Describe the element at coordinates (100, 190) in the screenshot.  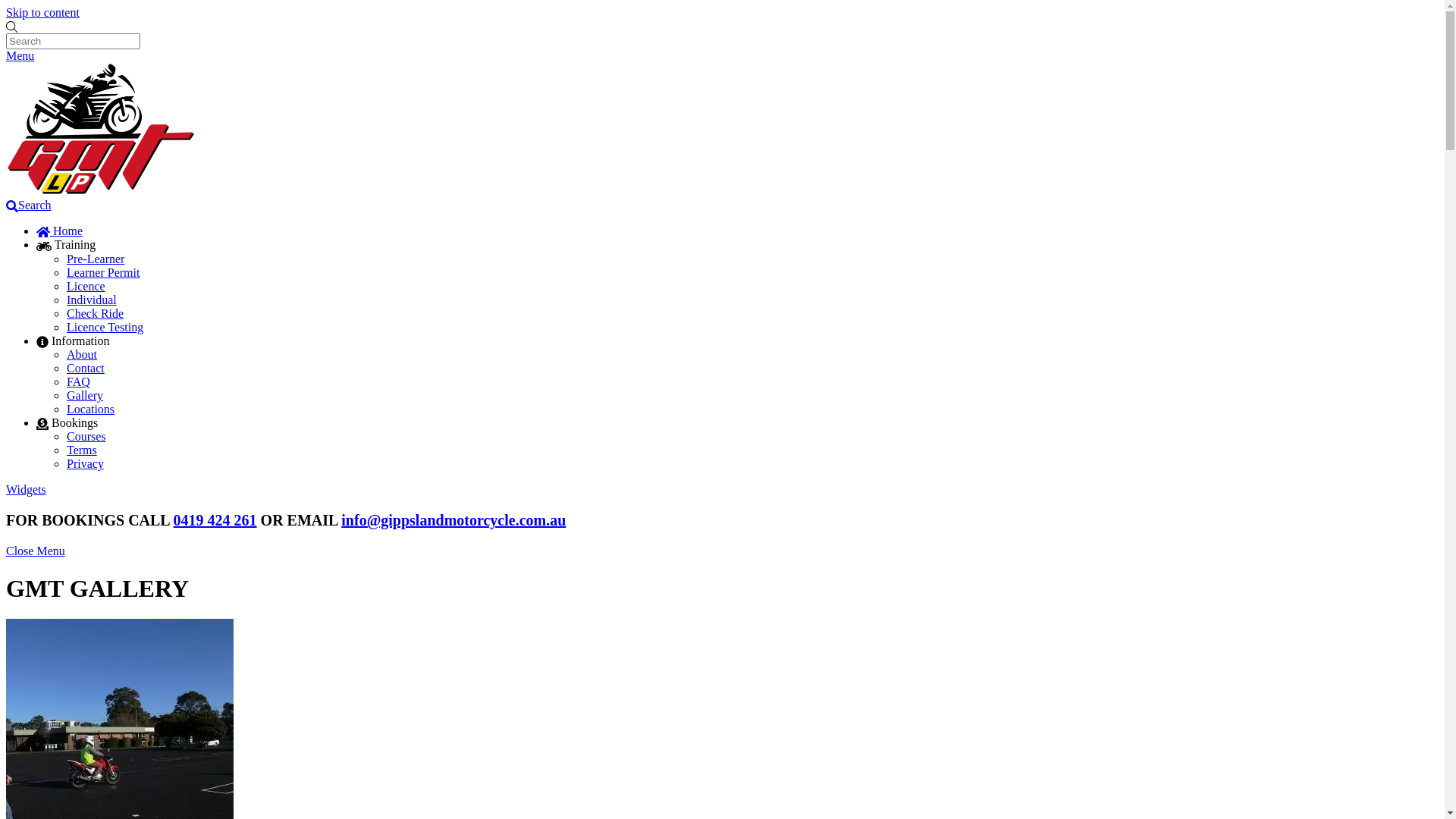
I see `'Gippsland Motorcycle Training'` at that location.